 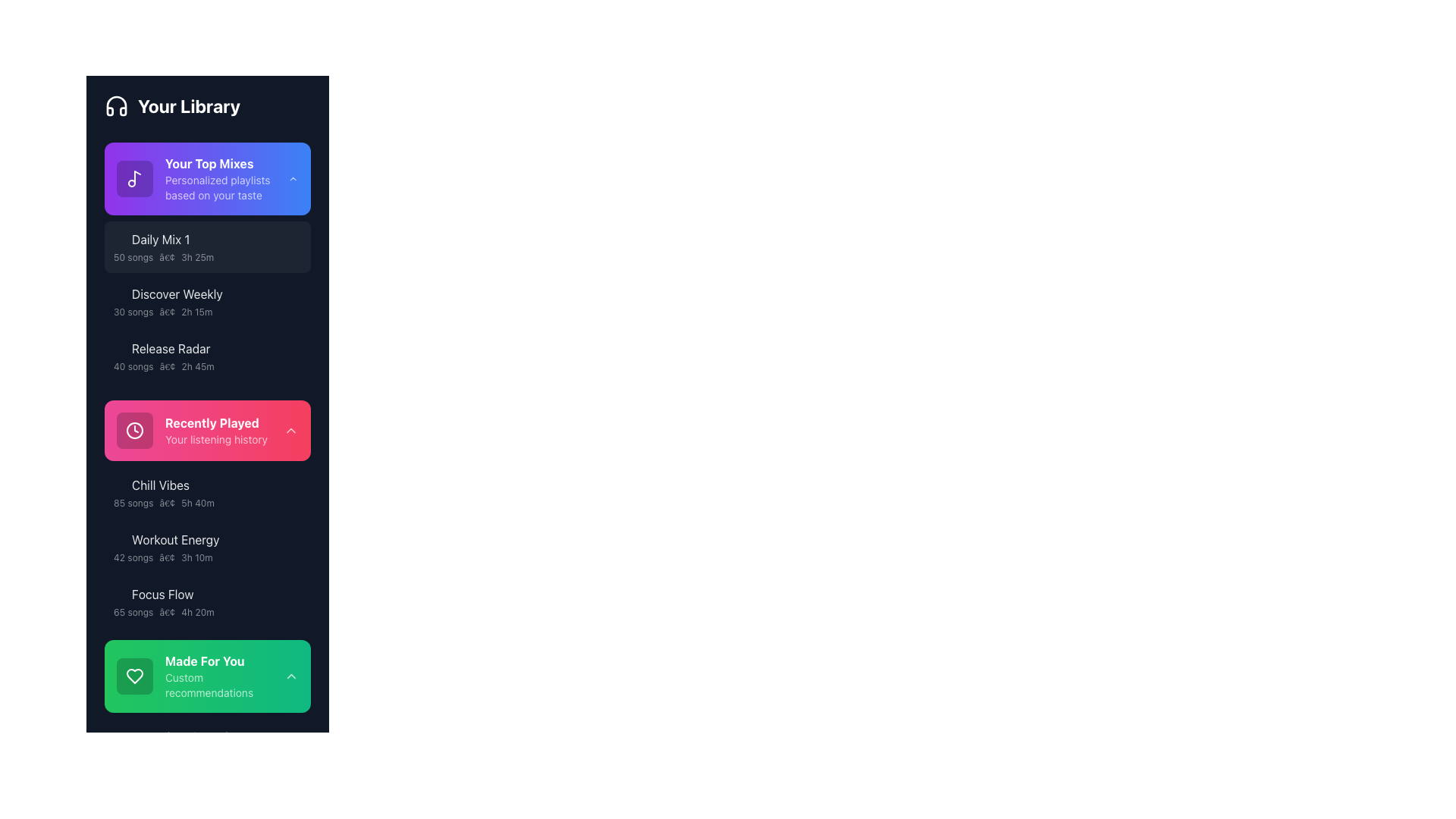 What do you see at coordinates (199, 356) in the screenshot?
I see `the 'Release Radar' clickable link or playlist card located in the left-hand navigation pane, positioned between 'Discover Weekly' and 'Recently Played', to possibly reveal additional options or details` at bounding box center [199, 356].